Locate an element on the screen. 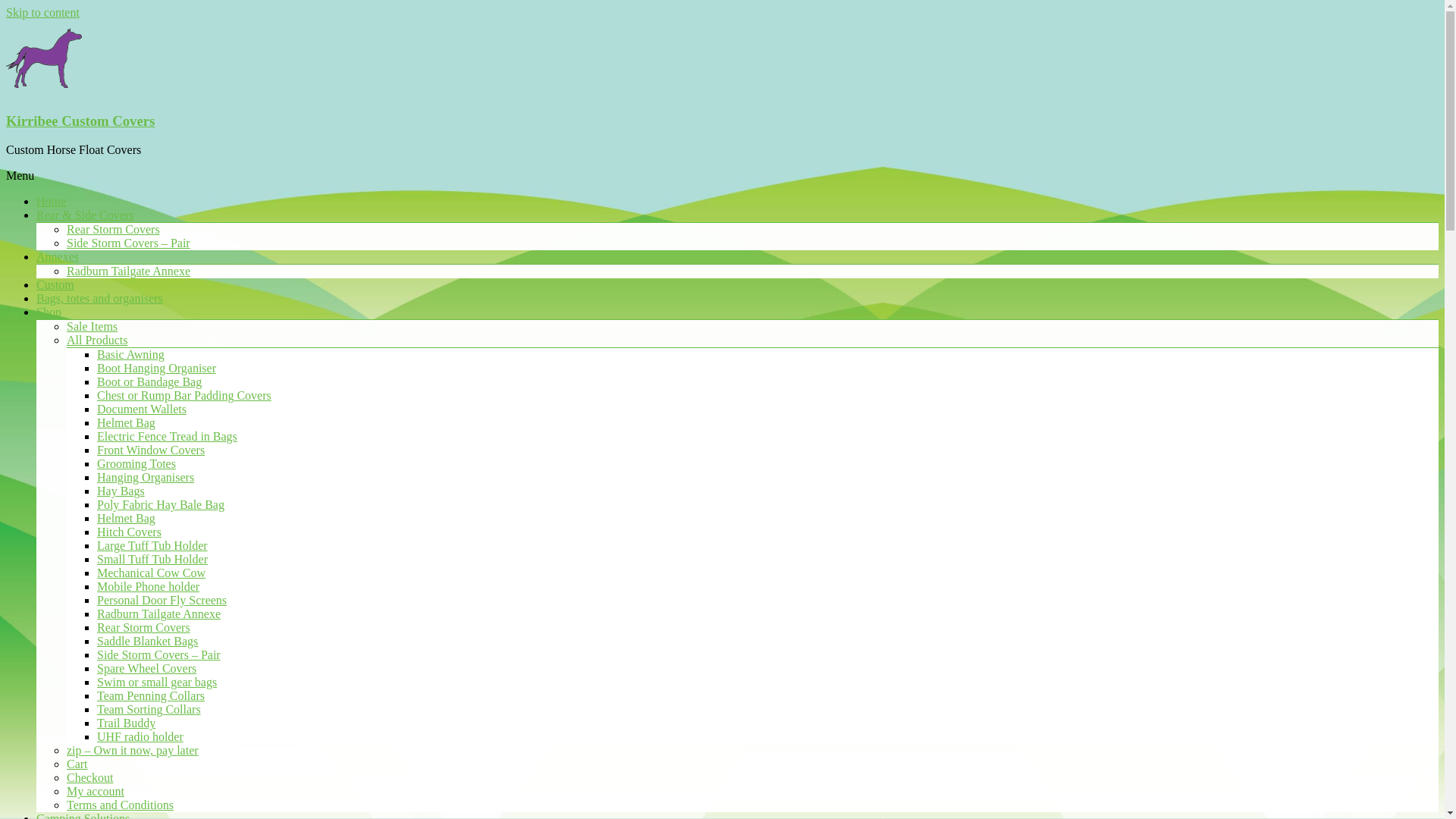  'Small Tuff Tub Holder' is located at coordinates (152, 559).